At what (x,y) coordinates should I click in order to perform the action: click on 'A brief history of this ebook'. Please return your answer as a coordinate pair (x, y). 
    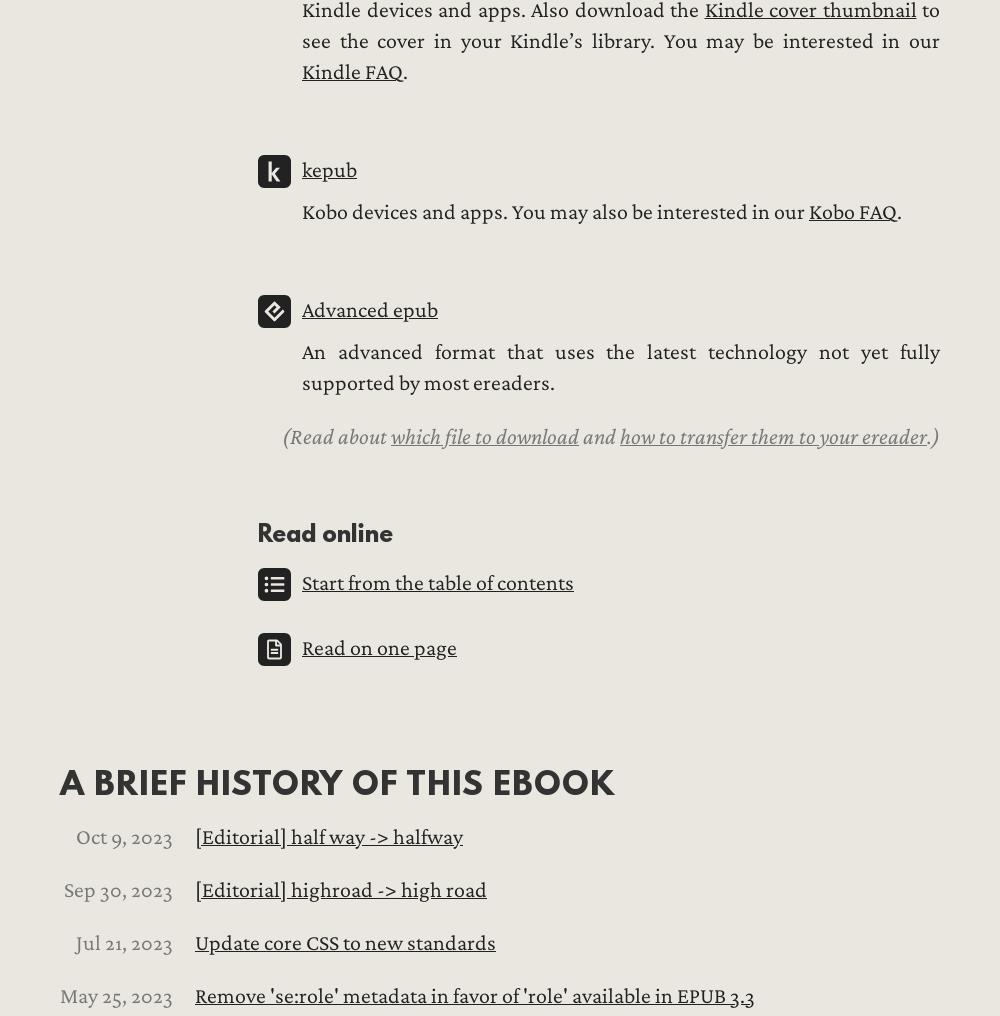
    Looking at the image, I should click on (336, 781).